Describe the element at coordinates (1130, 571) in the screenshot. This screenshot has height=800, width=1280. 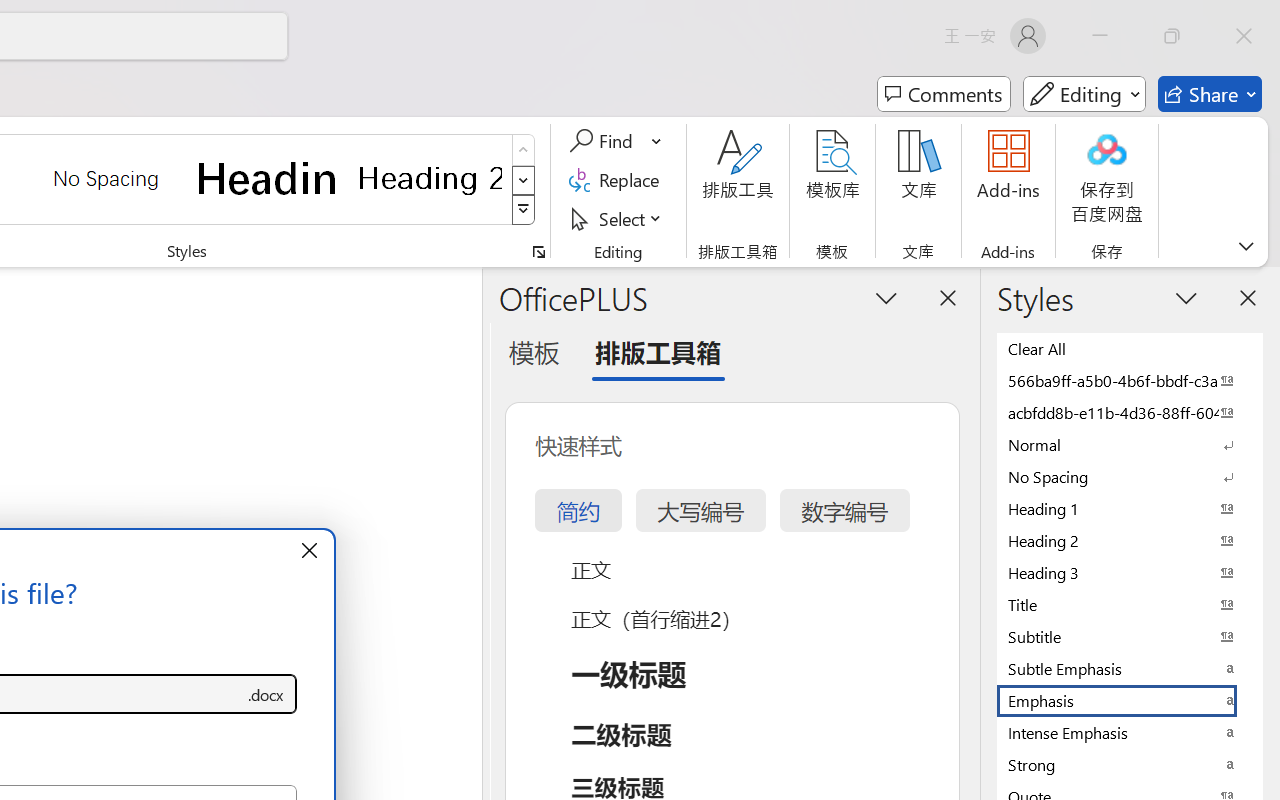
I see `'Heading 3'` at that location.